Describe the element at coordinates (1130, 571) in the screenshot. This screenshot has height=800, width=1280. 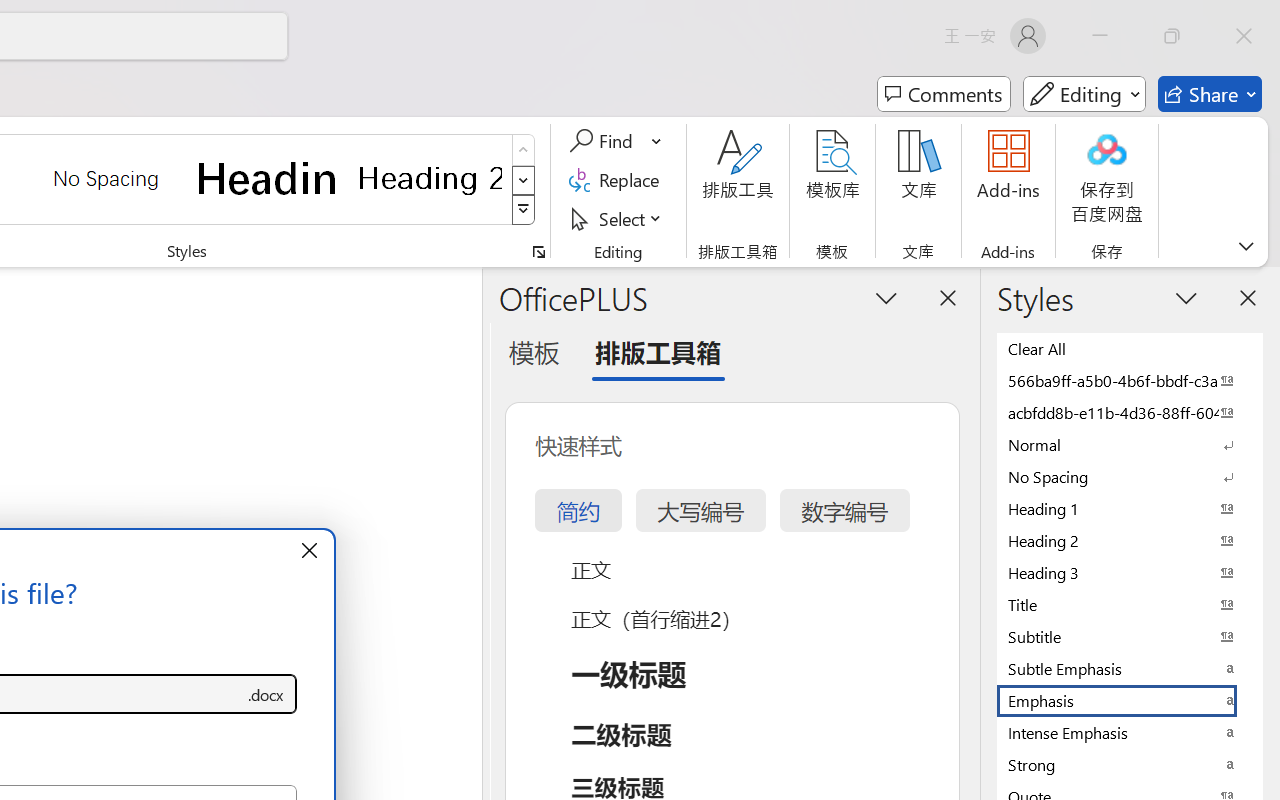
I see `'Heading 3'` at that location.